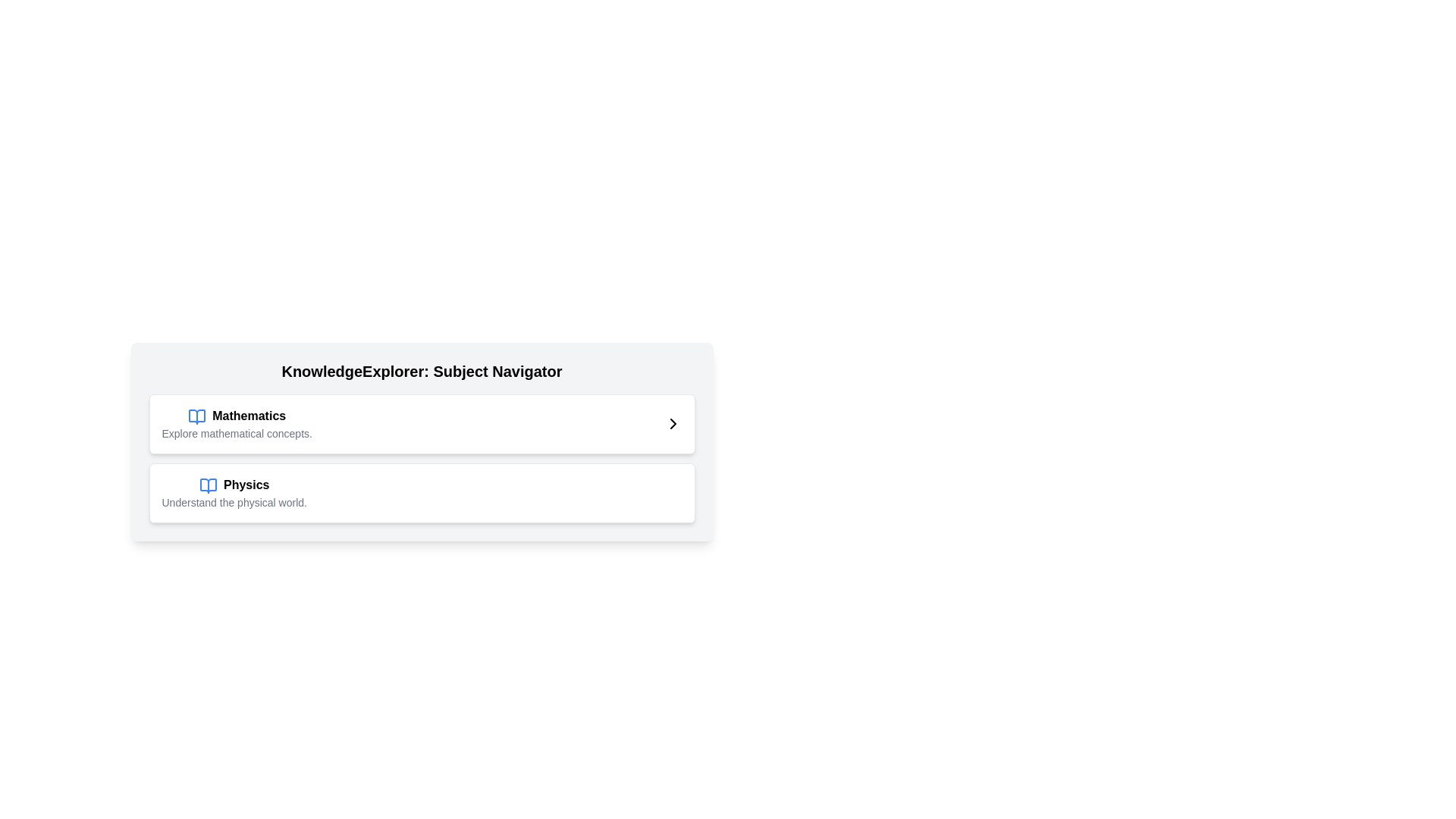 This screenshot has height=819, width=1456. What do you see at coordinates (207, 485) in the screenshot?
I see `the 'Physics' topic icon located on the left side of the row, adjacent to the bold text 'Physics' and above the description 'Understand the physical world.'` at bounding box center [207, 485].